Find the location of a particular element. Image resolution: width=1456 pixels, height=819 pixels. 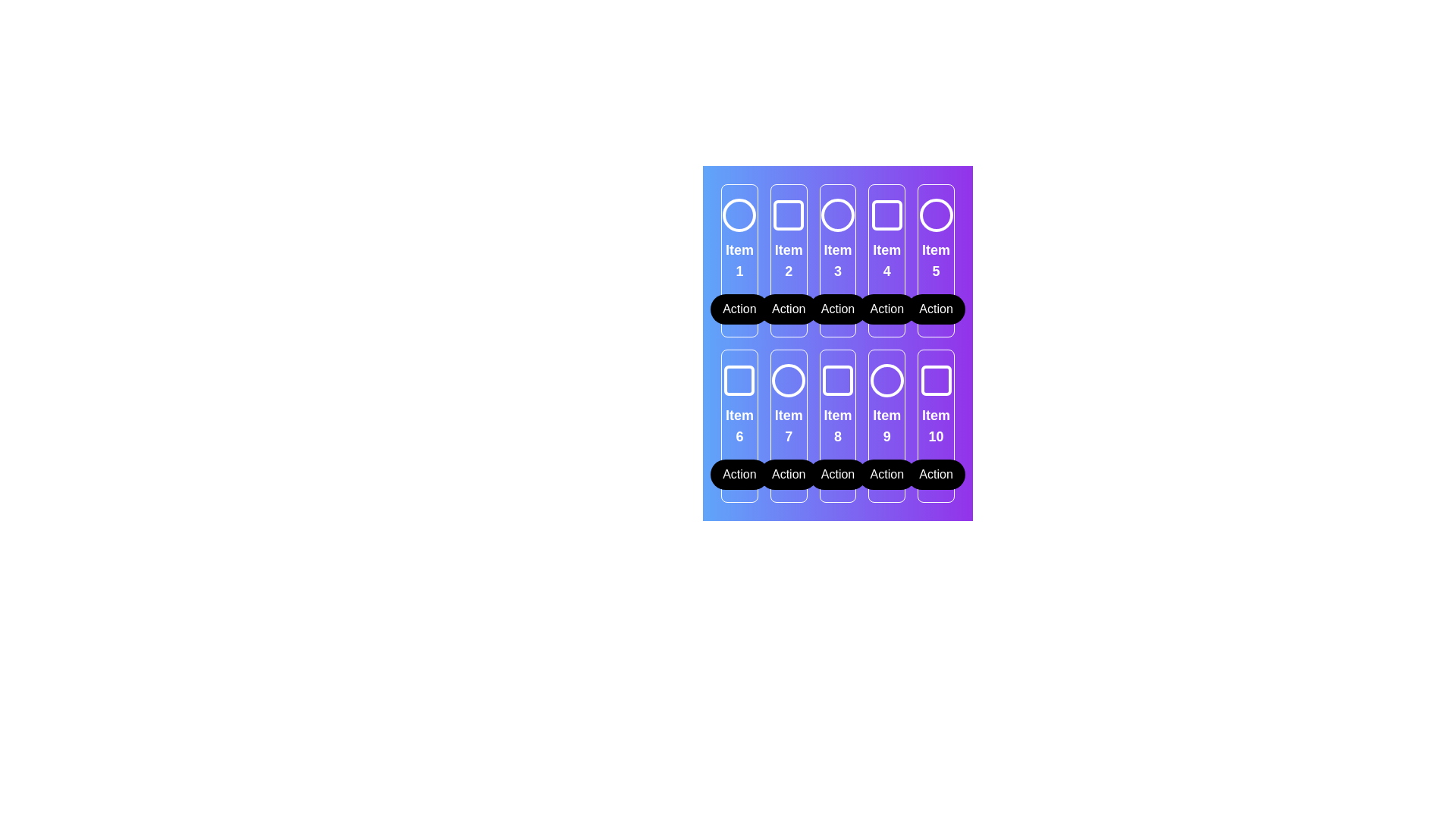

the primary action button associated with 'Item 2', which is located directly below the label 'Item 2' in the top row of the grid is located at coordinates (789, 309).